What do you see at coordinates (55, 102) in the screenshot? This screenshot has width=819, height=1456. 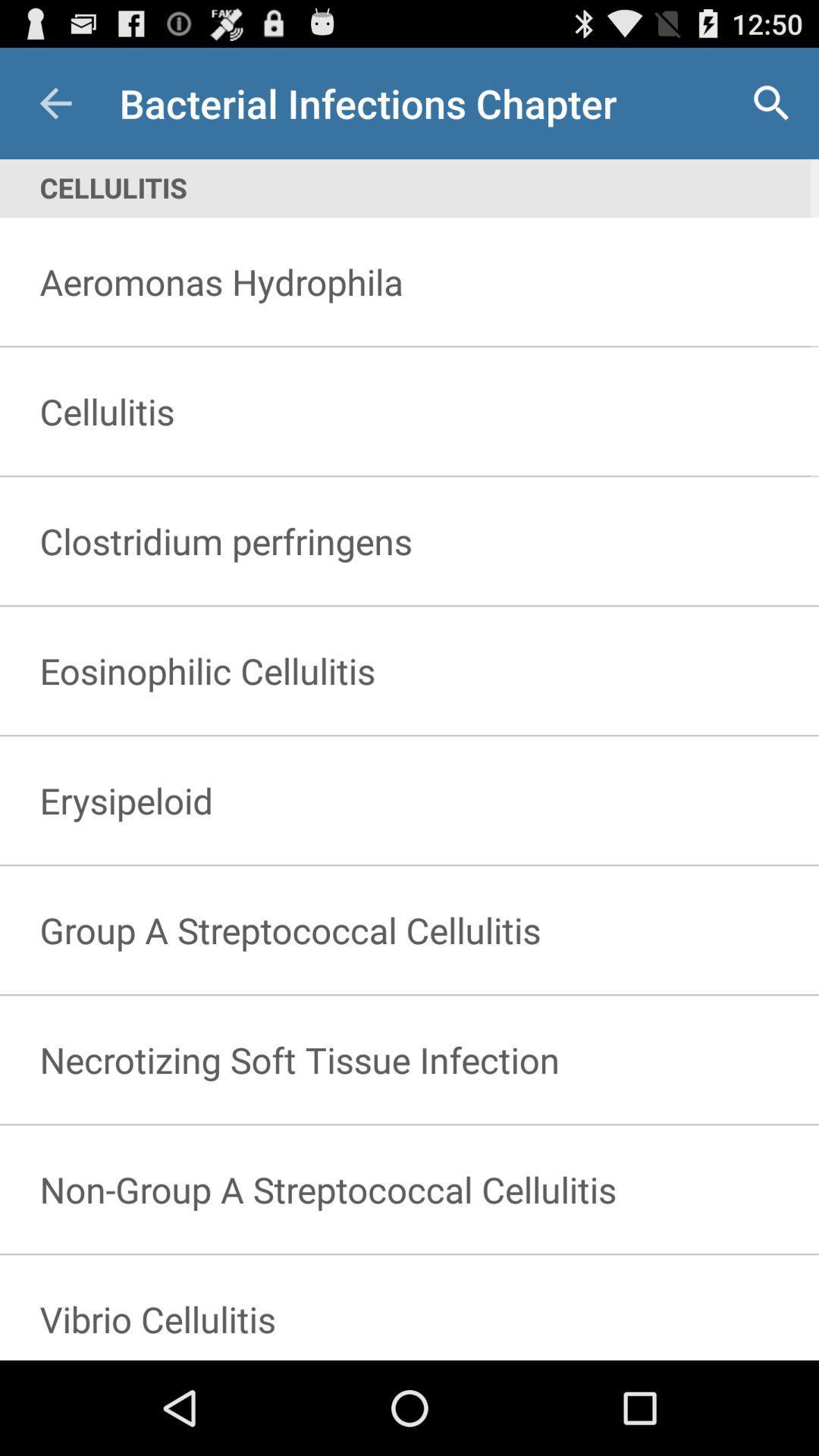 I see `the icon at the top left corner` at bounding box center [55, 102].